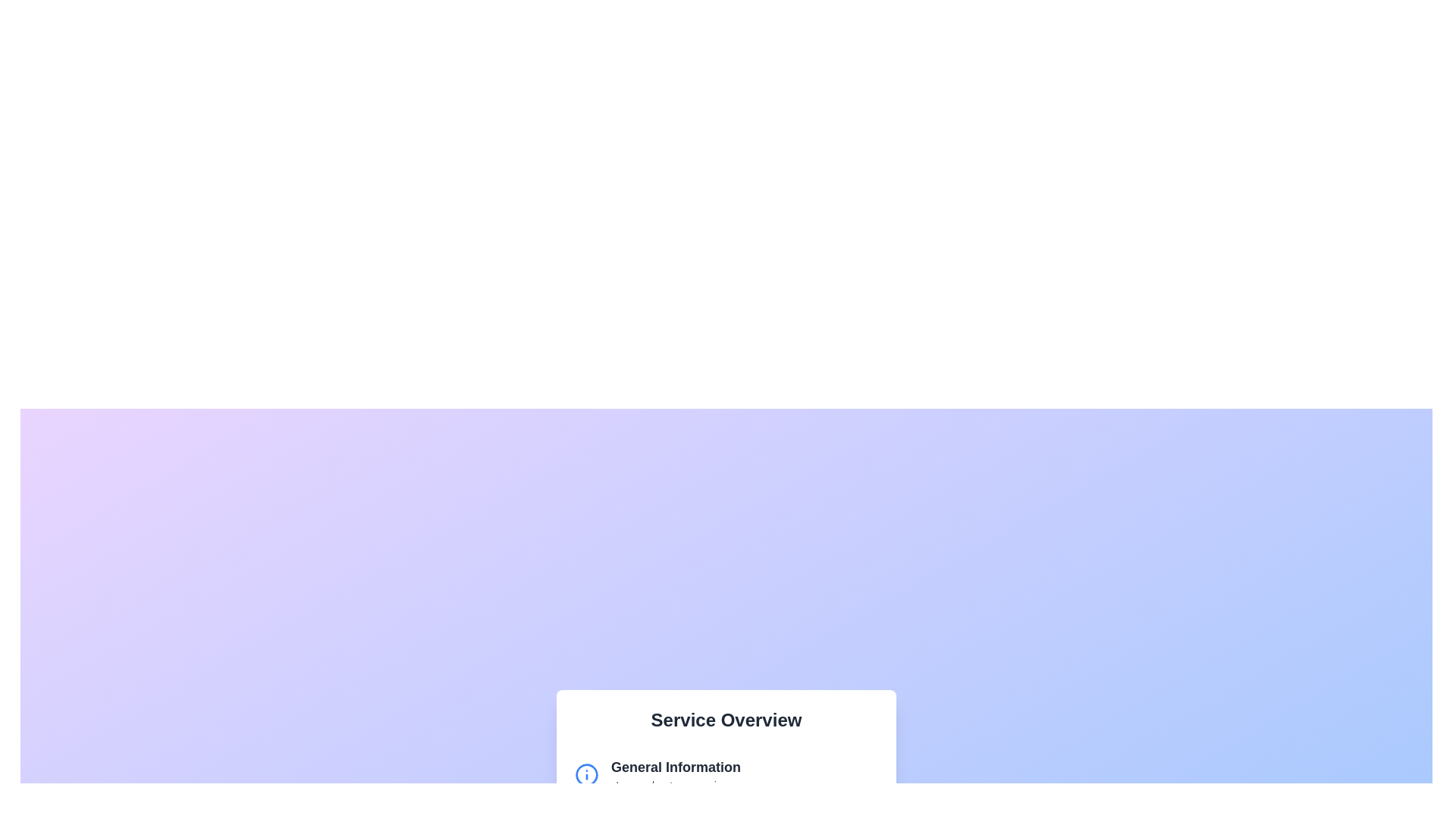  Describe the element at coordinates (585, 775) in the screenshot. I see `the circular icon with a blue outline and white fill, located within the information icon next to the 'General Information' text under the 'Service Overview' header` at that location.